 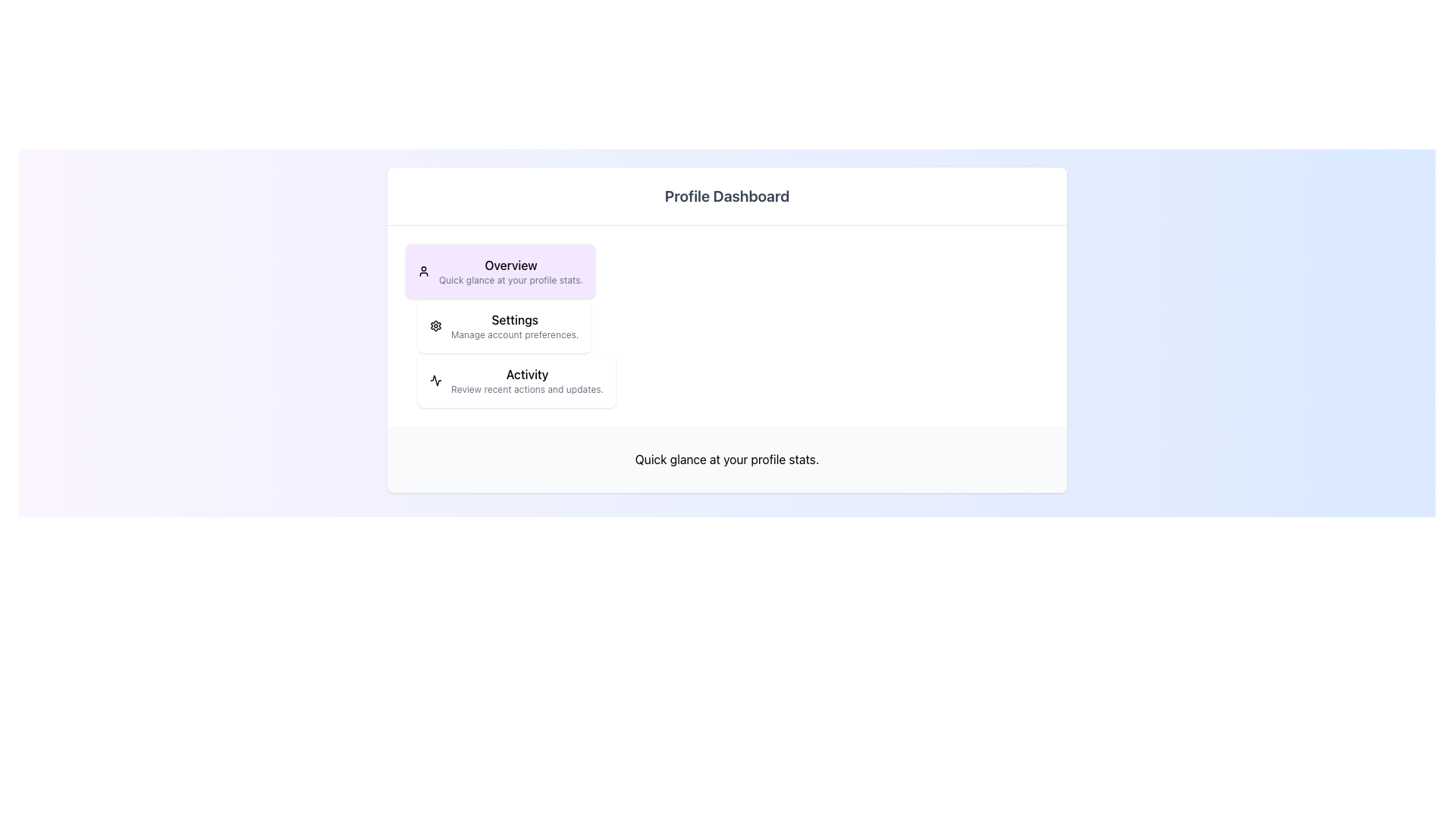 What do you see at coordinates (435, 325) in the screenshot?
I see `the gear-shaped icon indicating settings functionality, located to the left of the text 'Settings' within a vertical list` at bounding box center [435, 325].